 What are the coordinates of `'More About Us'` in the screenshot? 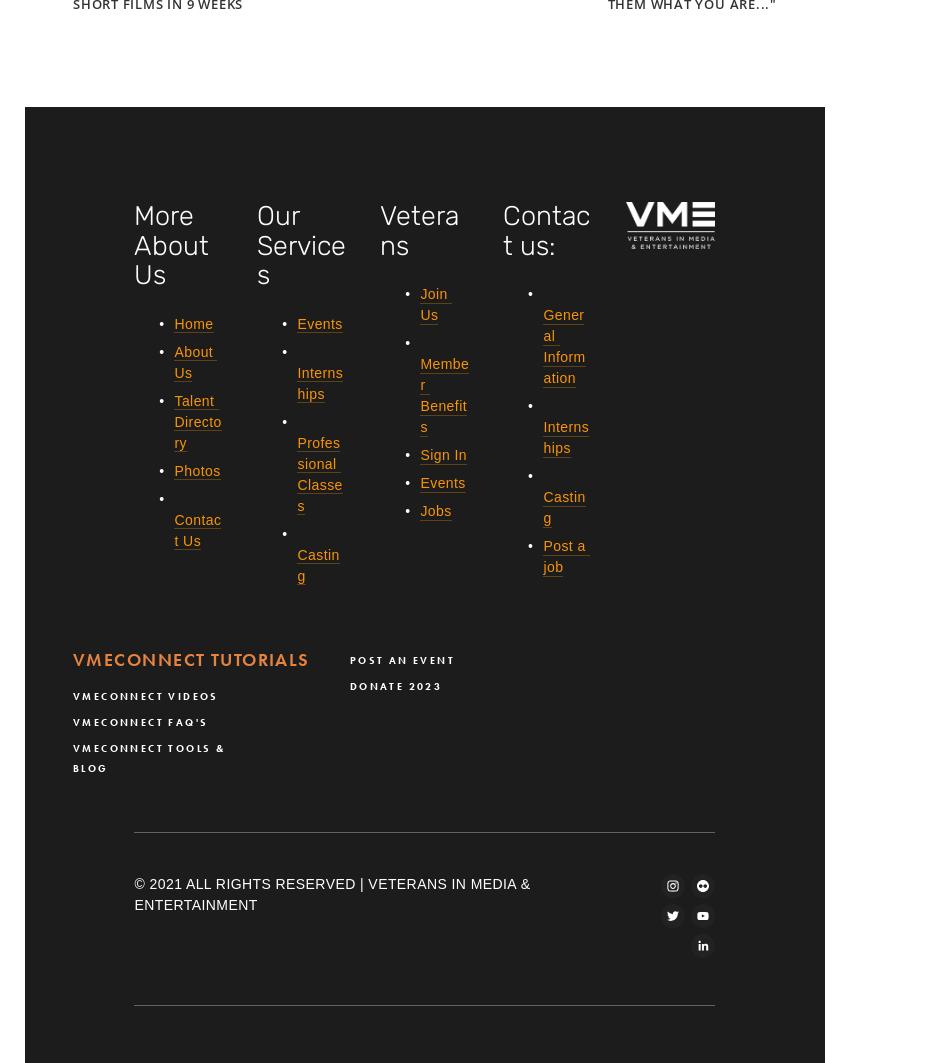 It's located at (174, 245).